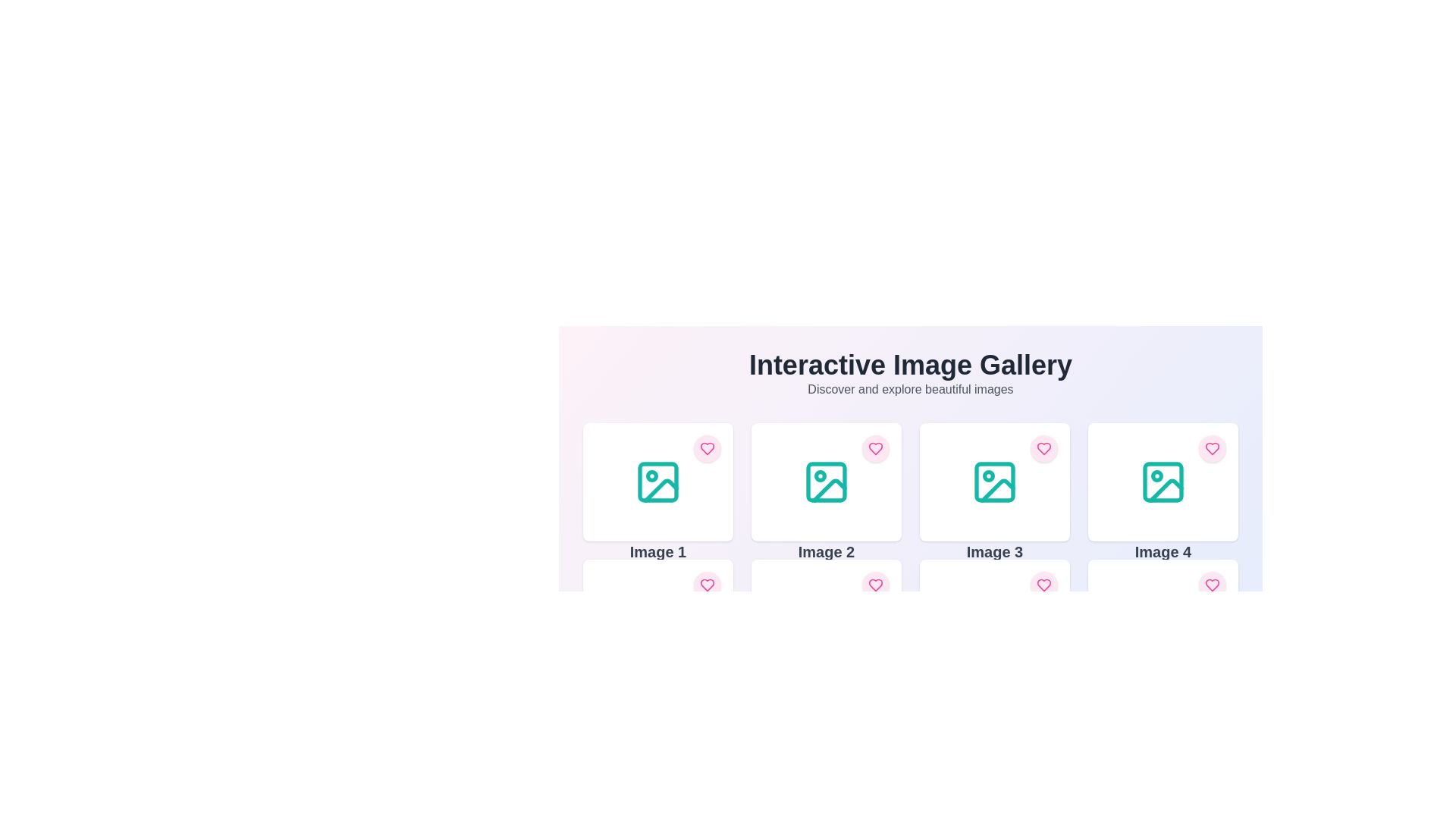  What do you see at coordinates (1163, 482) in the screenshot?
I see `the image placeholder icon located in the fourth position of the image gallery` at bounding box center [1163, 482].